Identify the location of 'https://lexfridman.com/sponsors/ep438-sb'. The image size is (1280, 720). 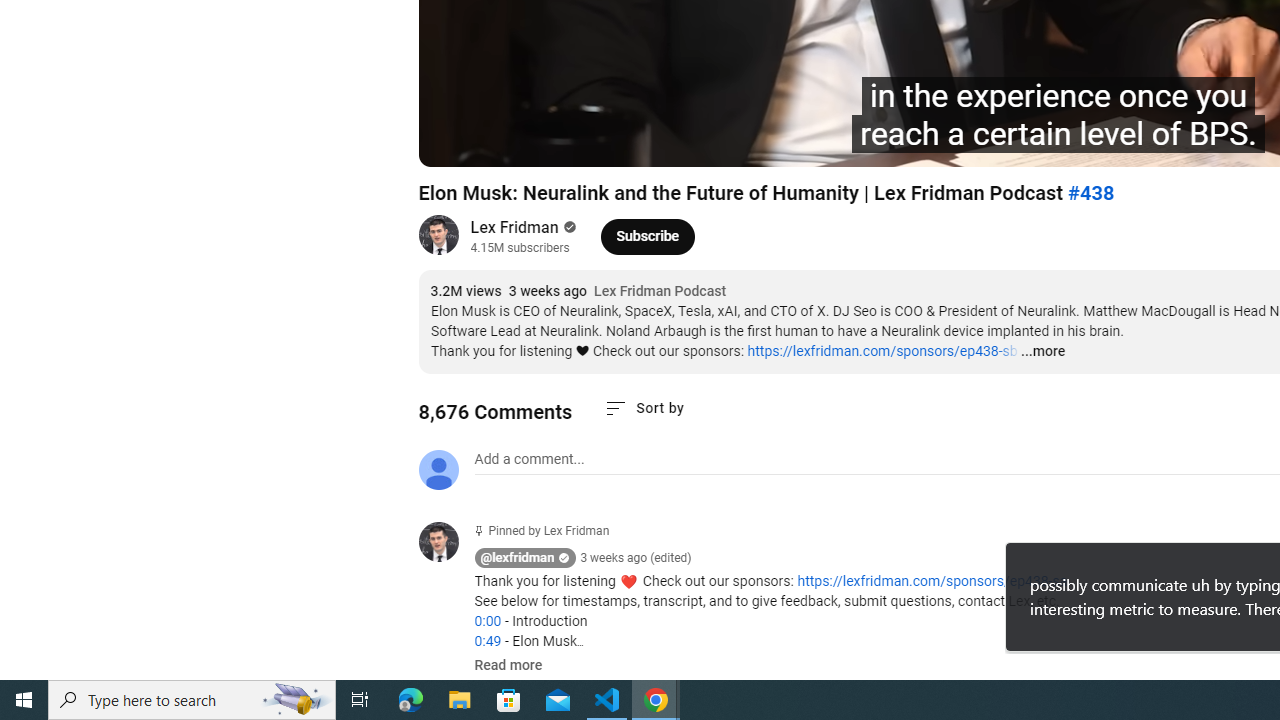
(881, 350).